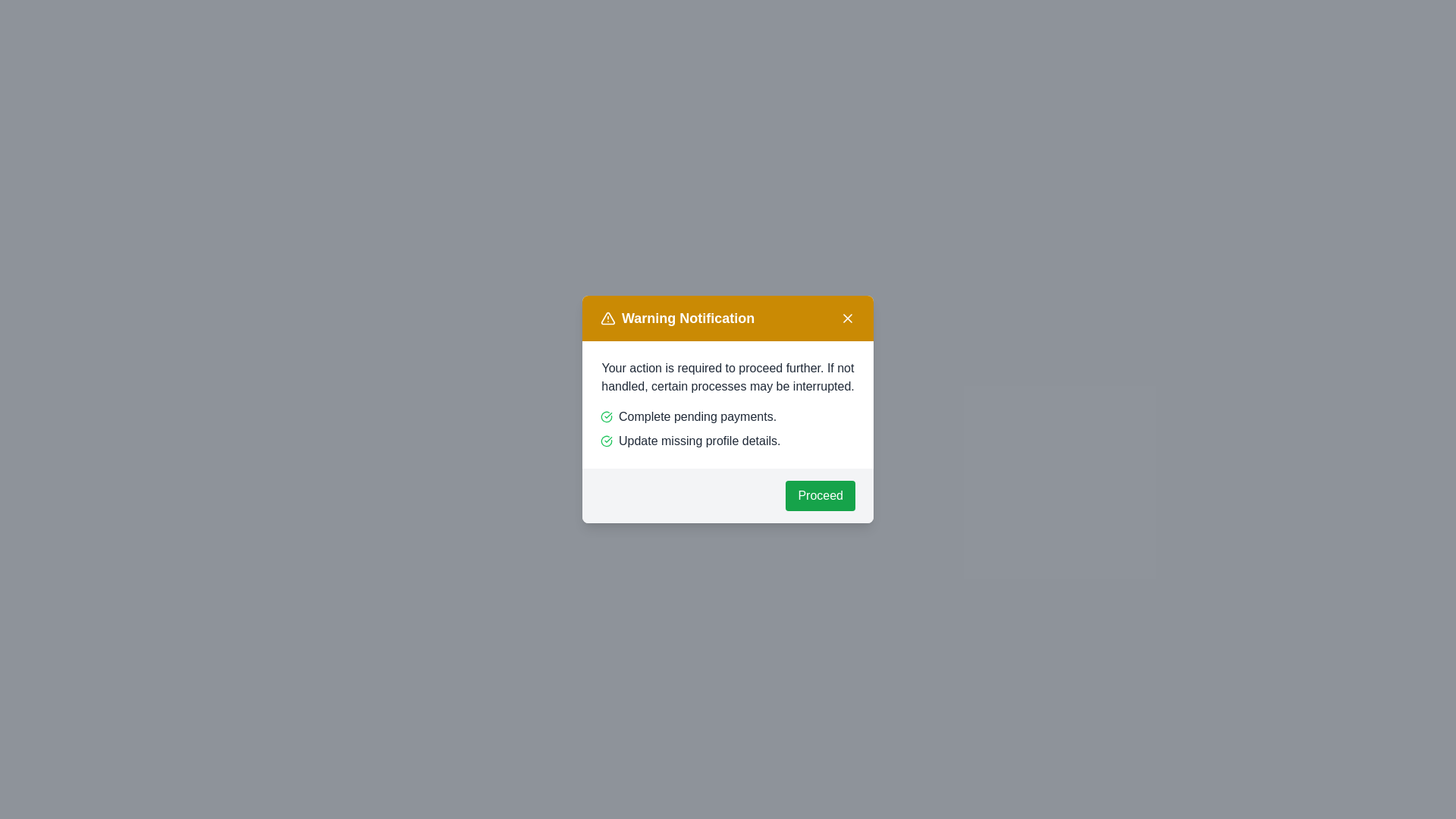  I want to click on the title text of the notification popup, which is located to the right of the alert triangle icon, so click(676, 318).